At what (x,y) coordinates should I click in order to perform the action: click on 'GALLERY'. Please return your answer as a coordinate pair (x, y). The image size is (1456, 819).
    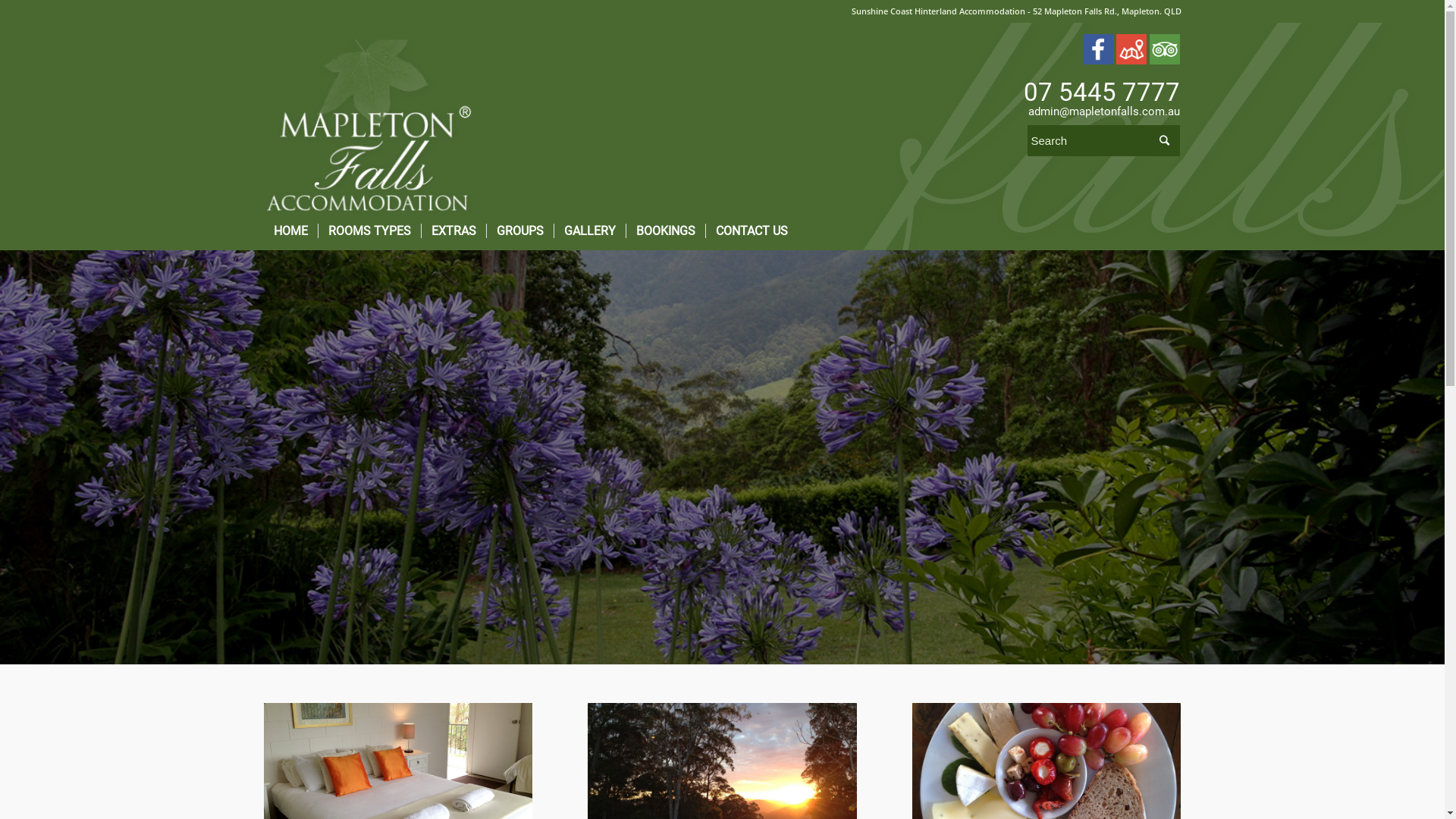
    Looking at the image, I should click on (588, 231).